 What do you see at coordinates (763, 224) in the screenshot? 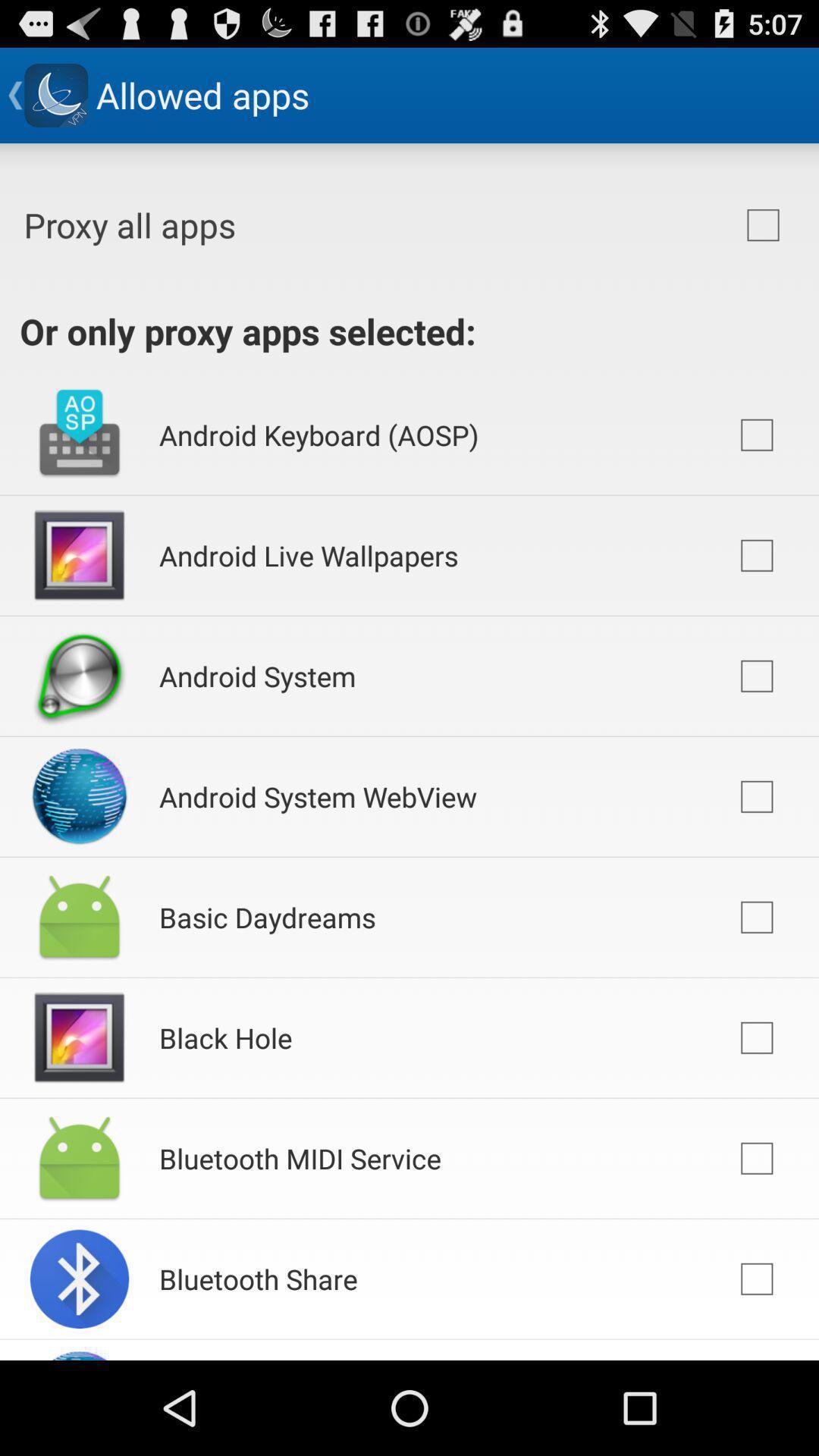
I see `the item above or only proxy item` at bounding box center [763, 224].